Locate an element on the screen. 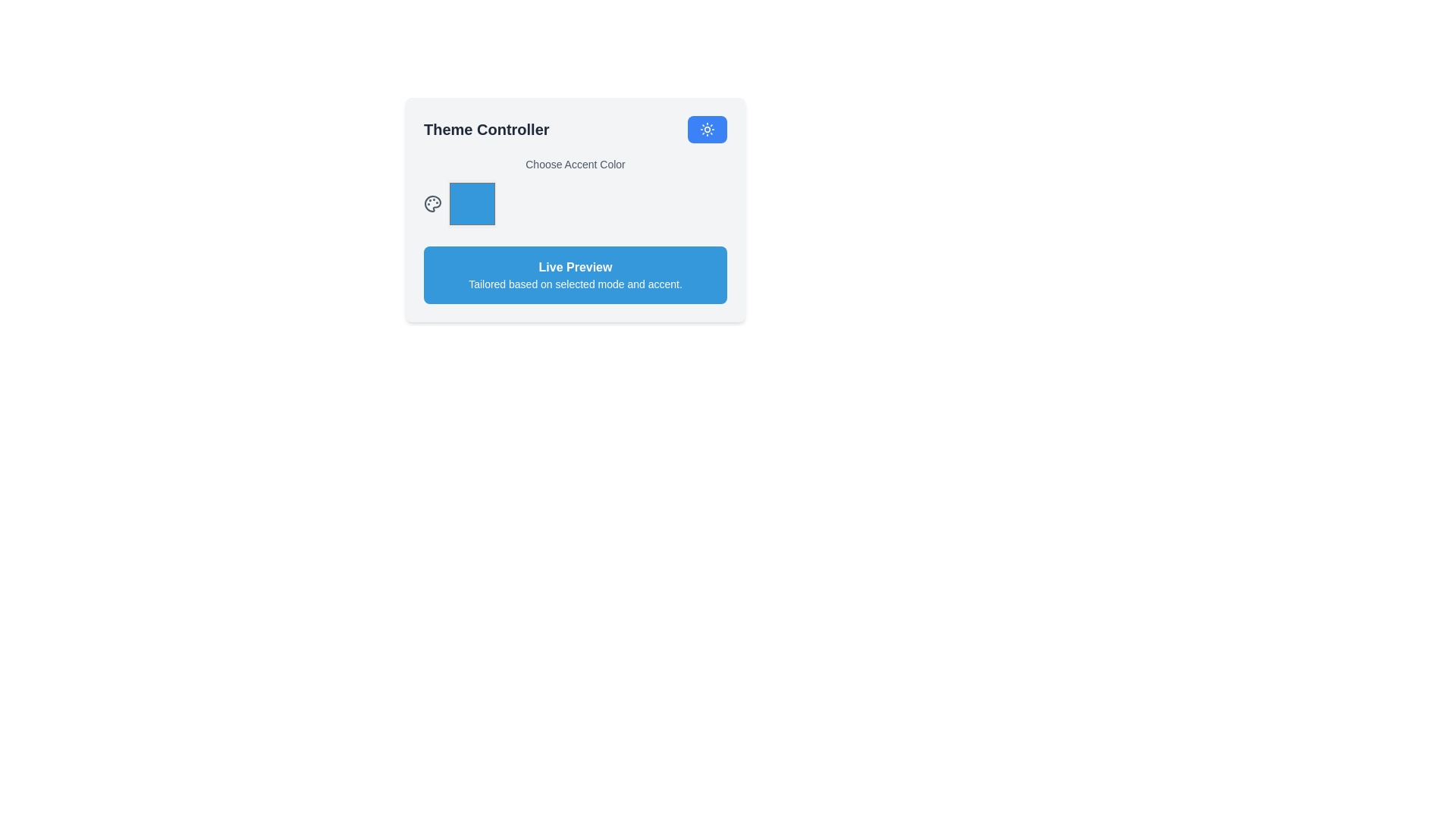 This screenshot has height=819, width=1456. the icon embedded in the circular blue button located at the top-right corner of the 'Theme Controller' panel is located at coordinates (706, 128).